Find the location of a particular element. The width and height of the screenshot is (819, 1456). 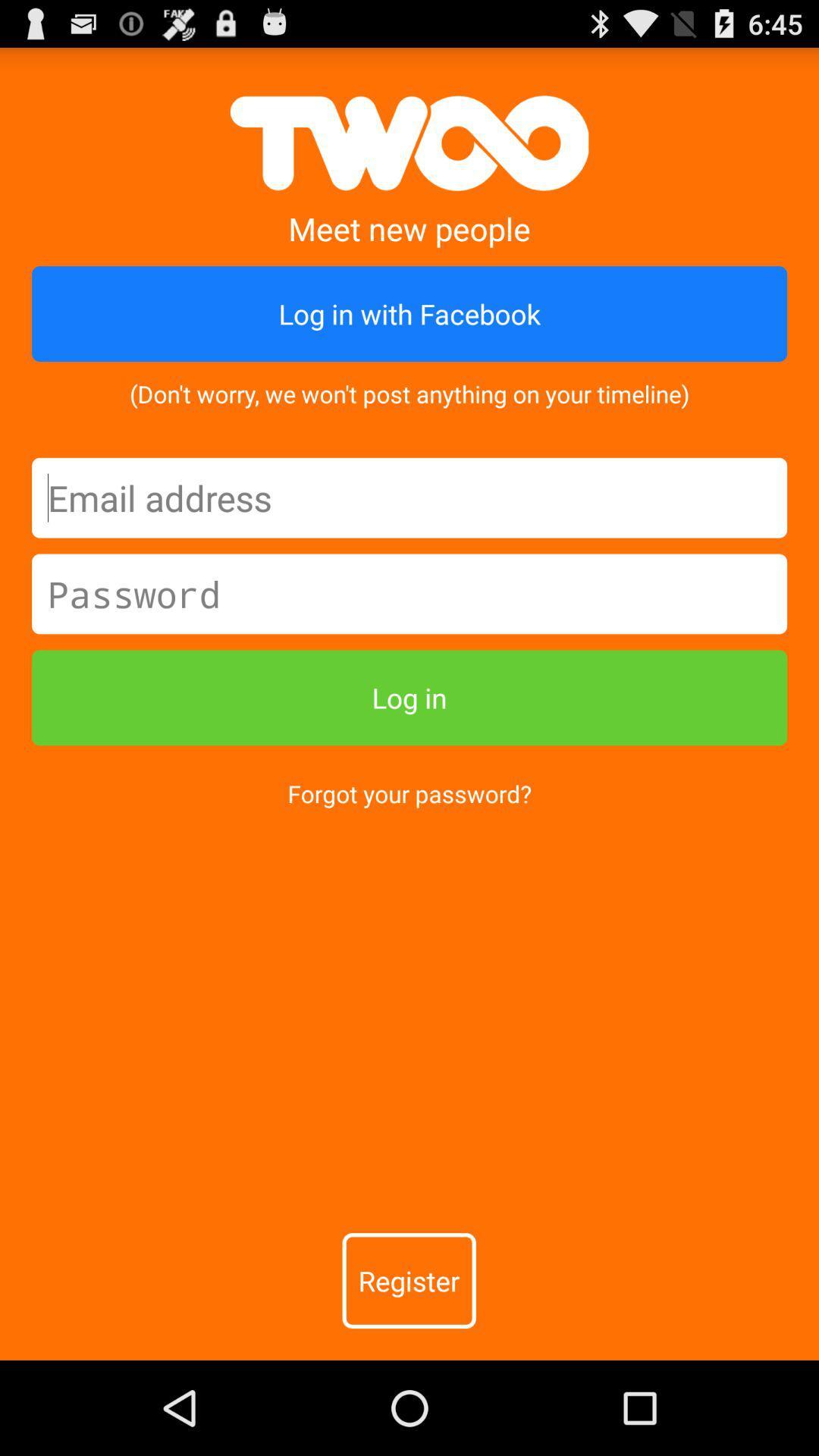

forgot your password? is located at coordinates (409, 792).